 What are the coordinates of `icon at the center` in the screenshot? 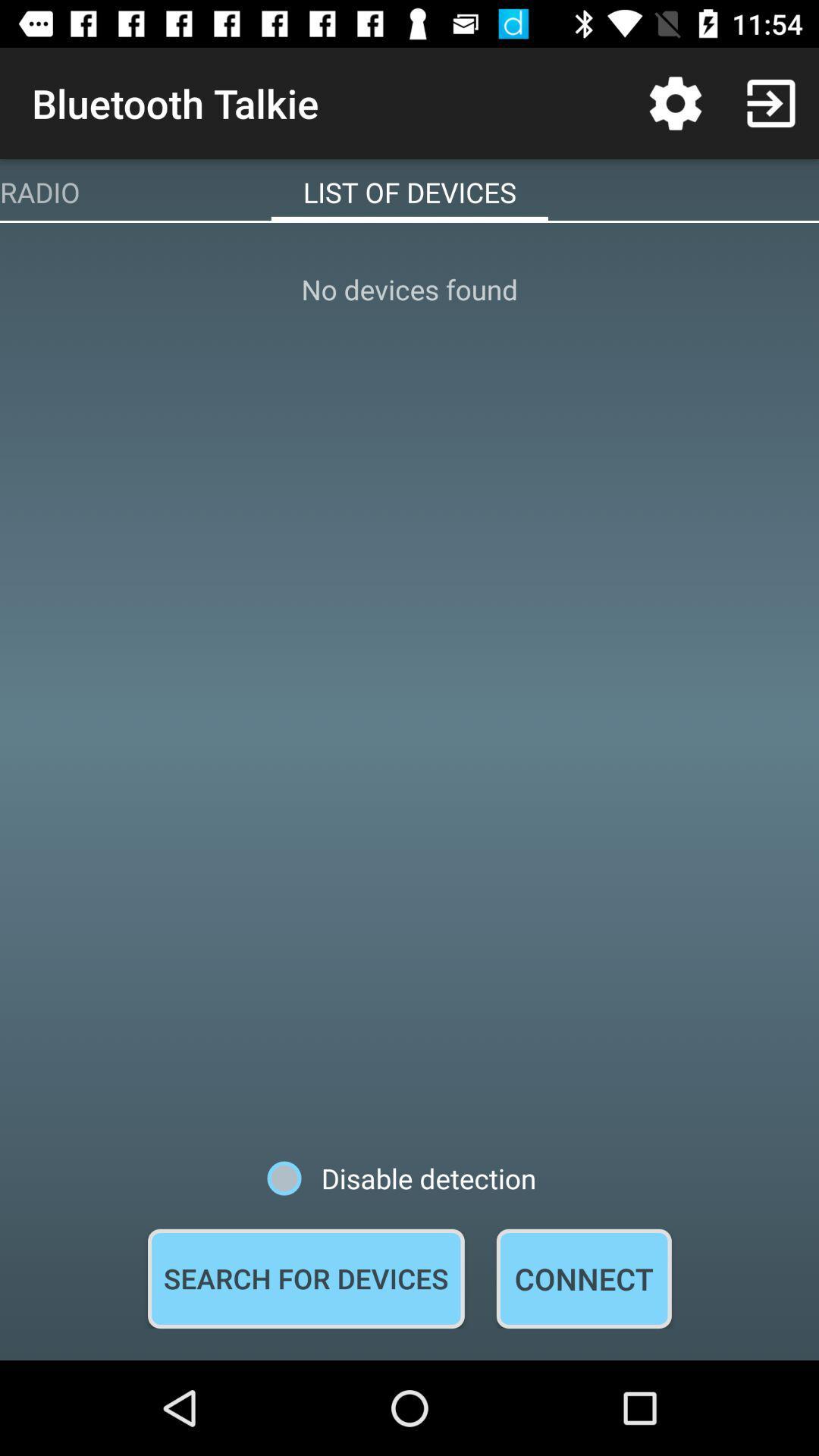 It's located at (409, 690).